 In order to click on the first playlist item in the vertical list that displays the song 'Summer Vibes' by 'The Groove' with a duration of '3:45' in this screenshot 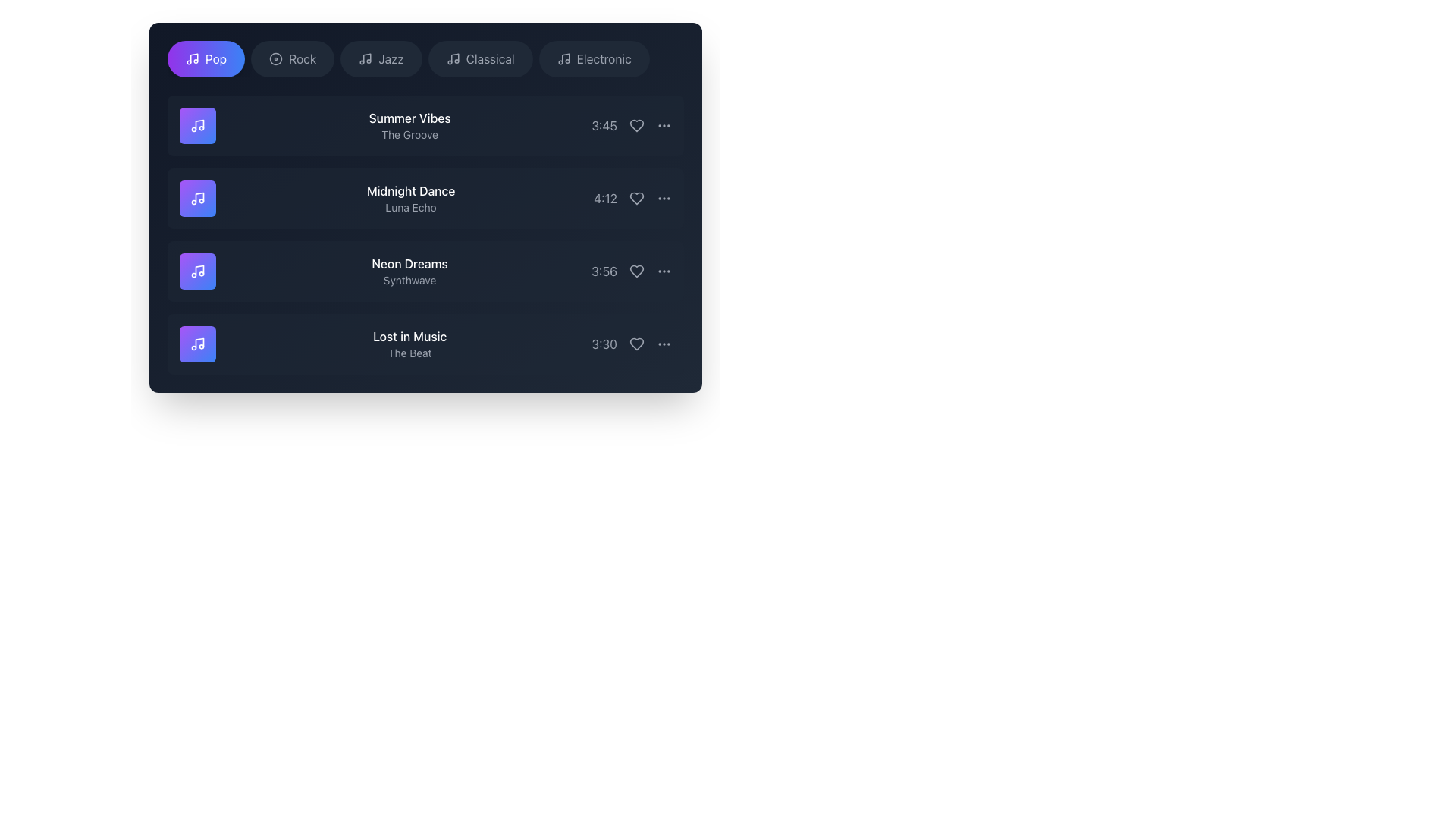, I will do `click(425, 124)`.